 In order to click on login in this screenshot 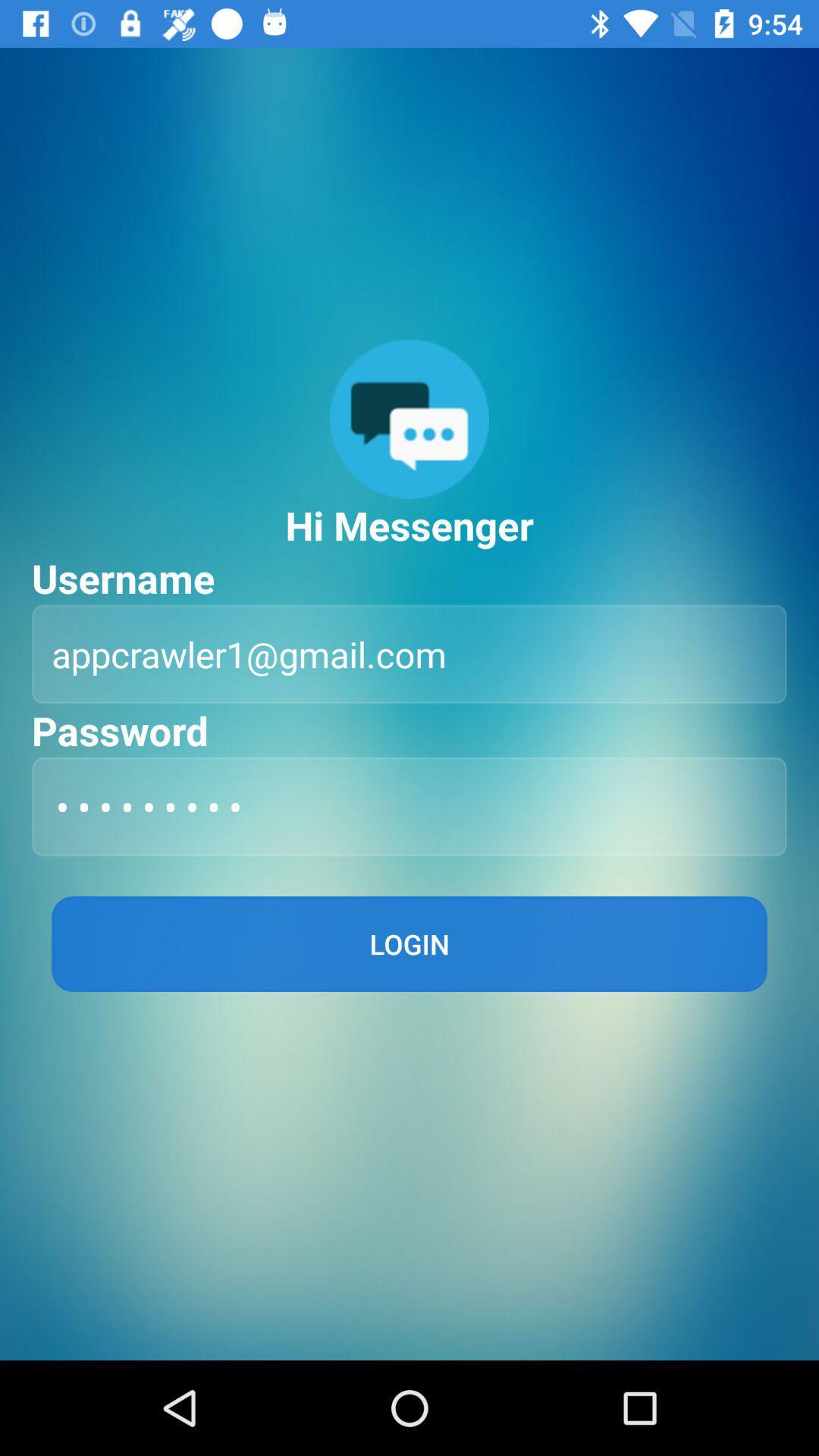, I will do `click(409, 943)`.